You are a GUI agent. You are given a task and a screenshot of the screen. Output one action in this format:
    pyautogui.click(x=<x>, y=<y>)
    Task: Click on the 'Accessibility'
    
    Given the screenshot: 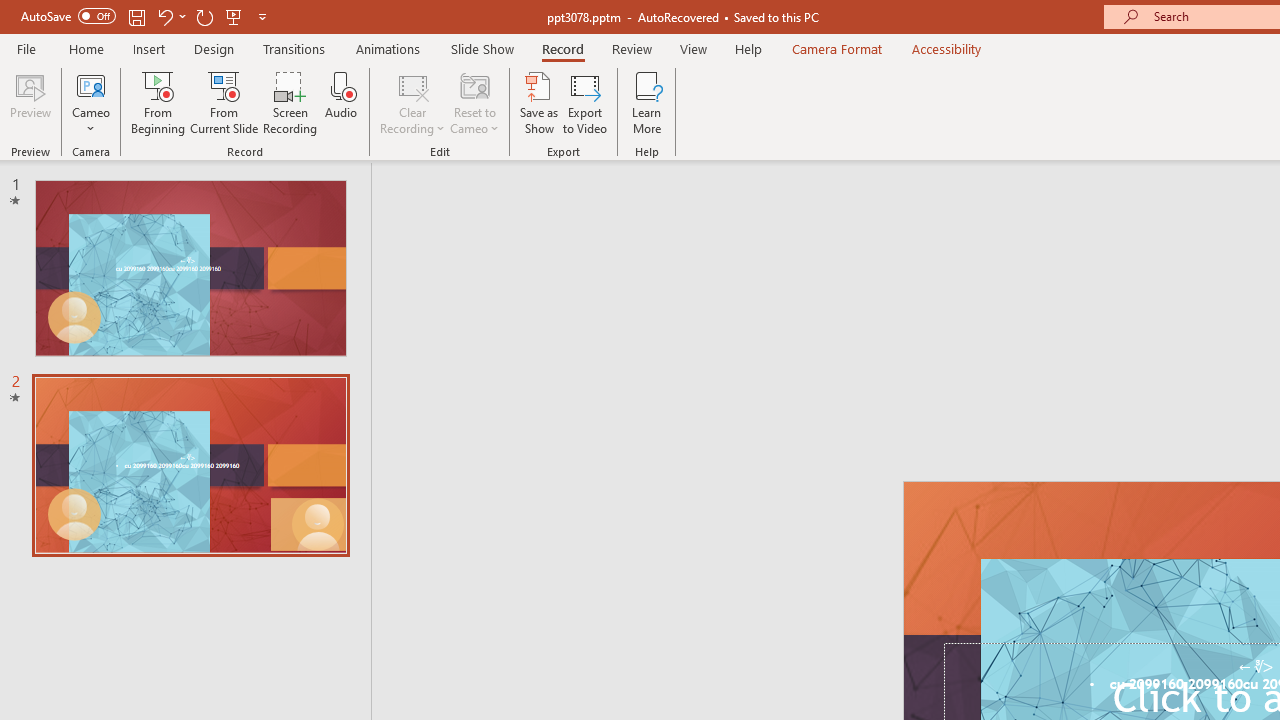 What is the action you would take?
    pyautogui.click(x=946, y=48)
    